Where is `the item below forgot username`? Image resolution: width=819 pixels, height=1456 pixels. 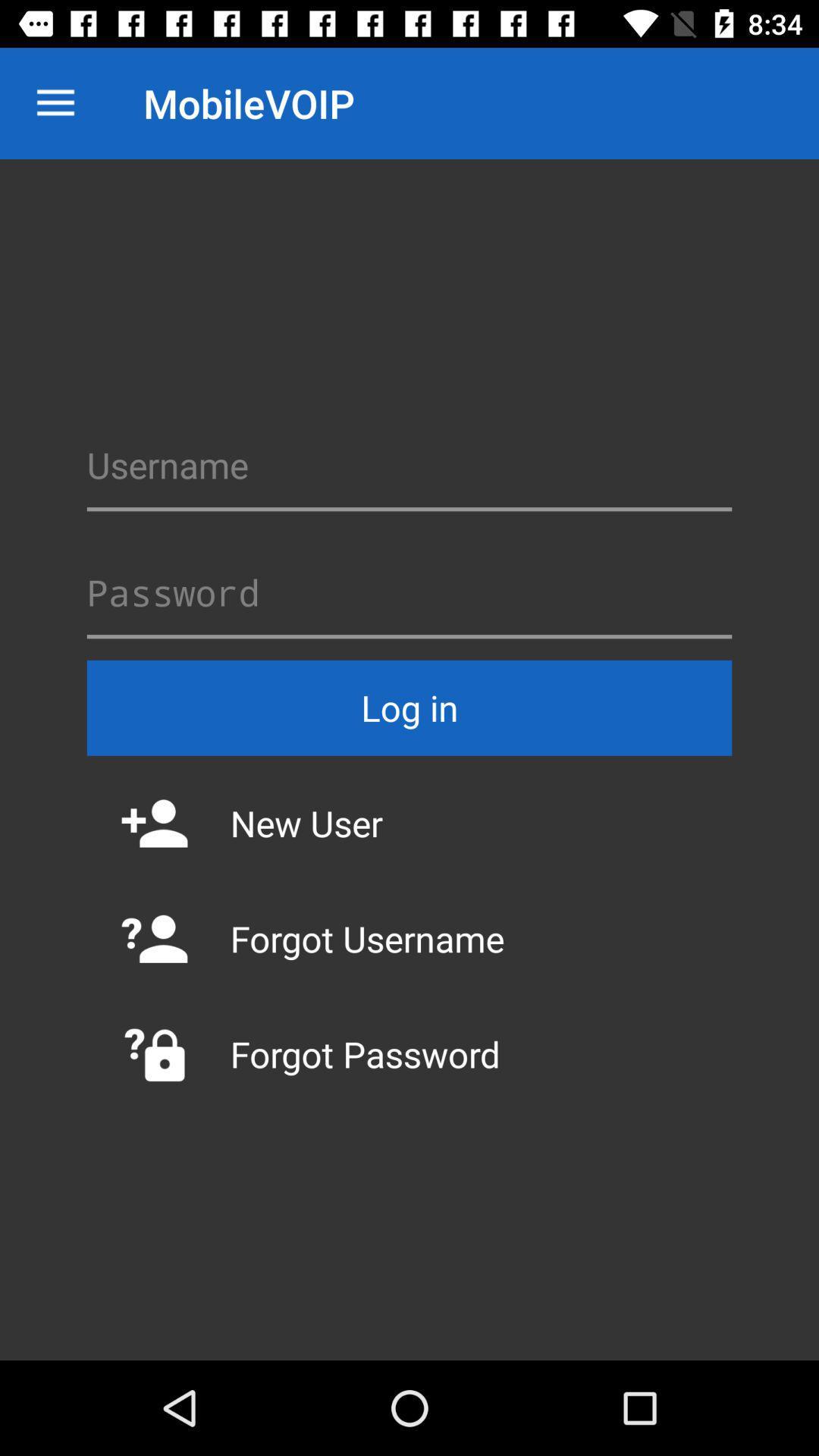 the item below forgot username is located at coordinates (409, 1053).